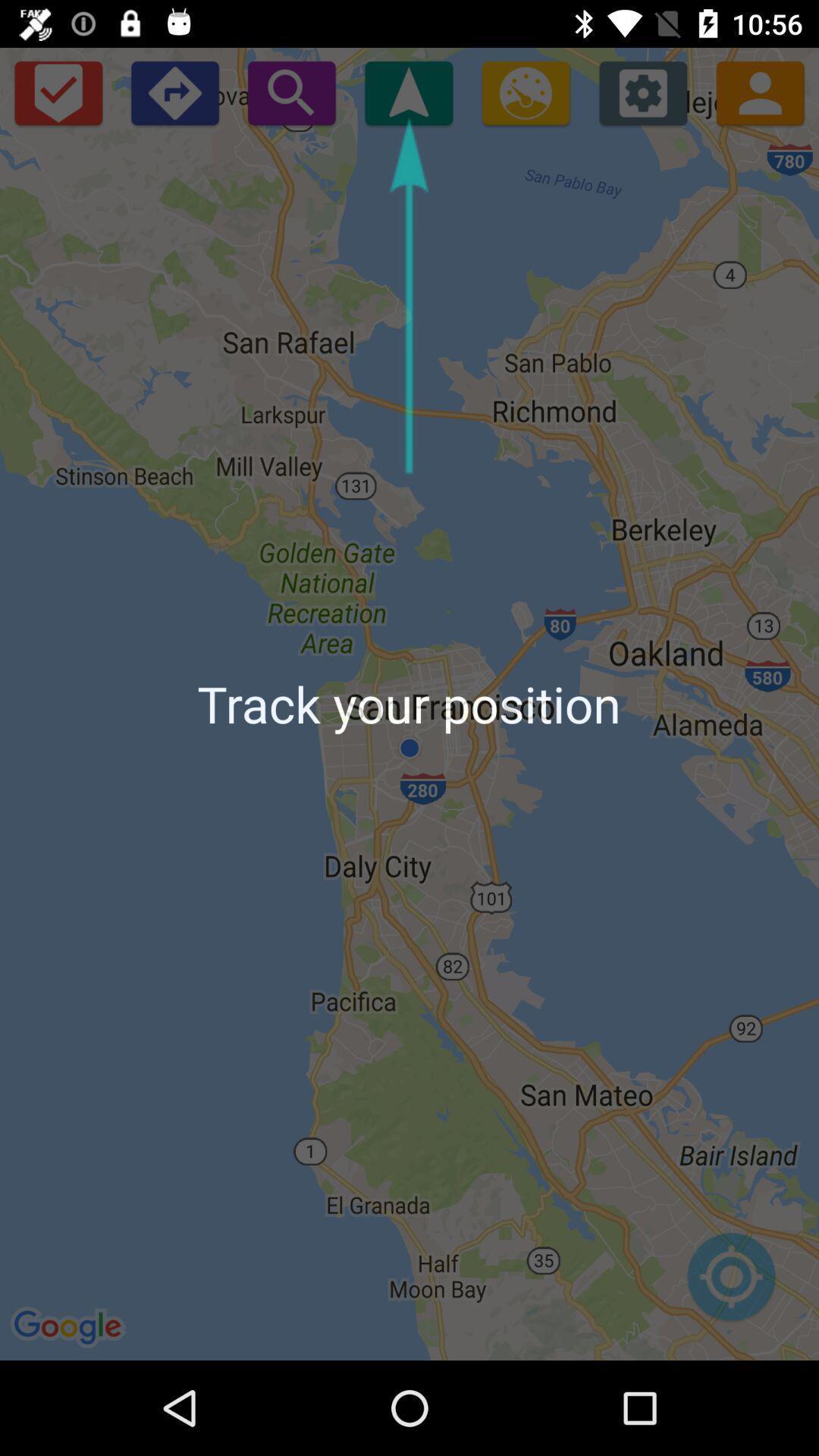 The height and width of the screenshot is (1456, 819). Describe the element at coordinates (174, 92) in the screenshot. I see `forward option` at that location.